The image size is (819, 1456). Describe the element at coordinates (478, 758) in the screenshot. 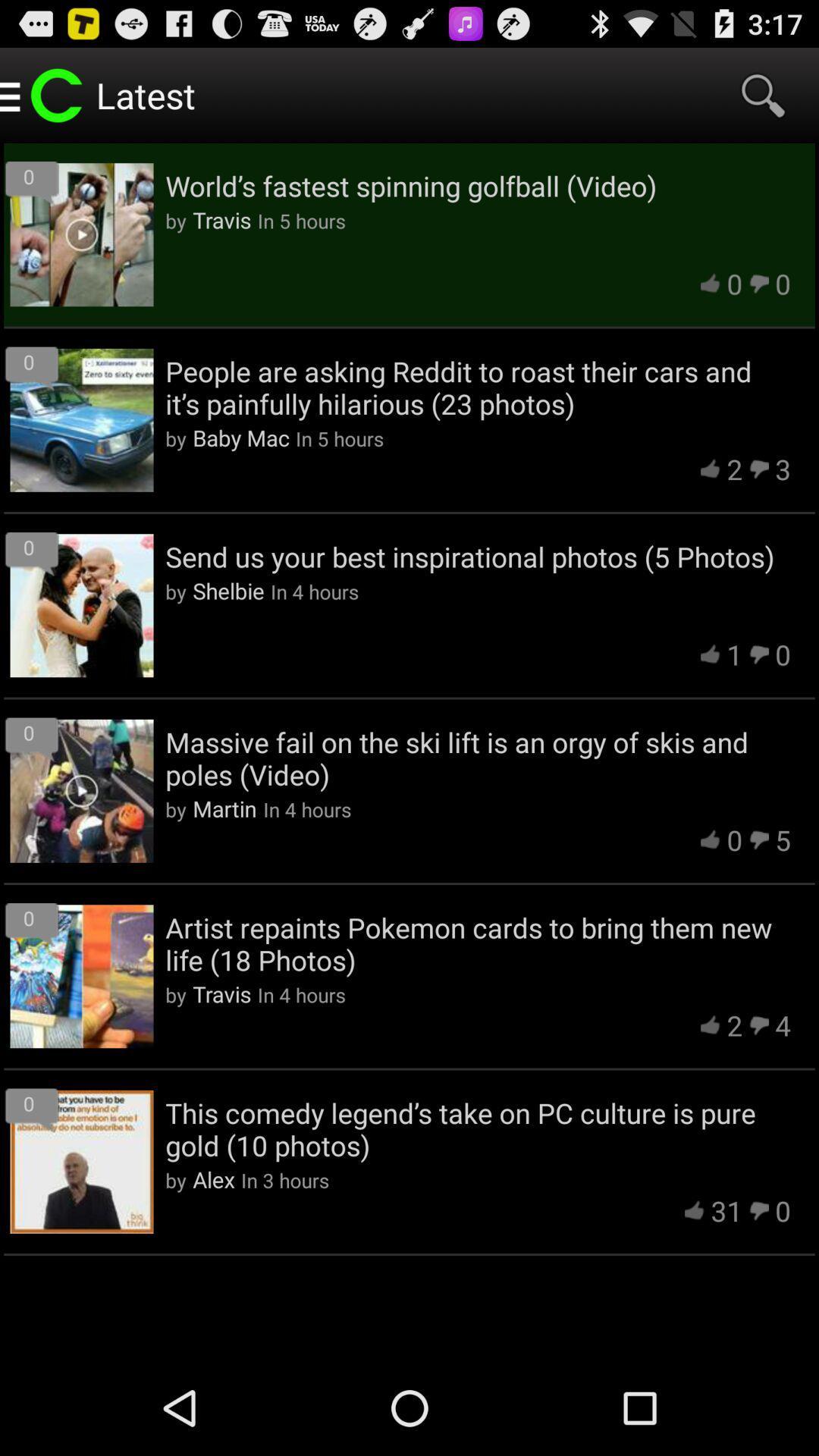

I see `icon below the 1 app` at that location.